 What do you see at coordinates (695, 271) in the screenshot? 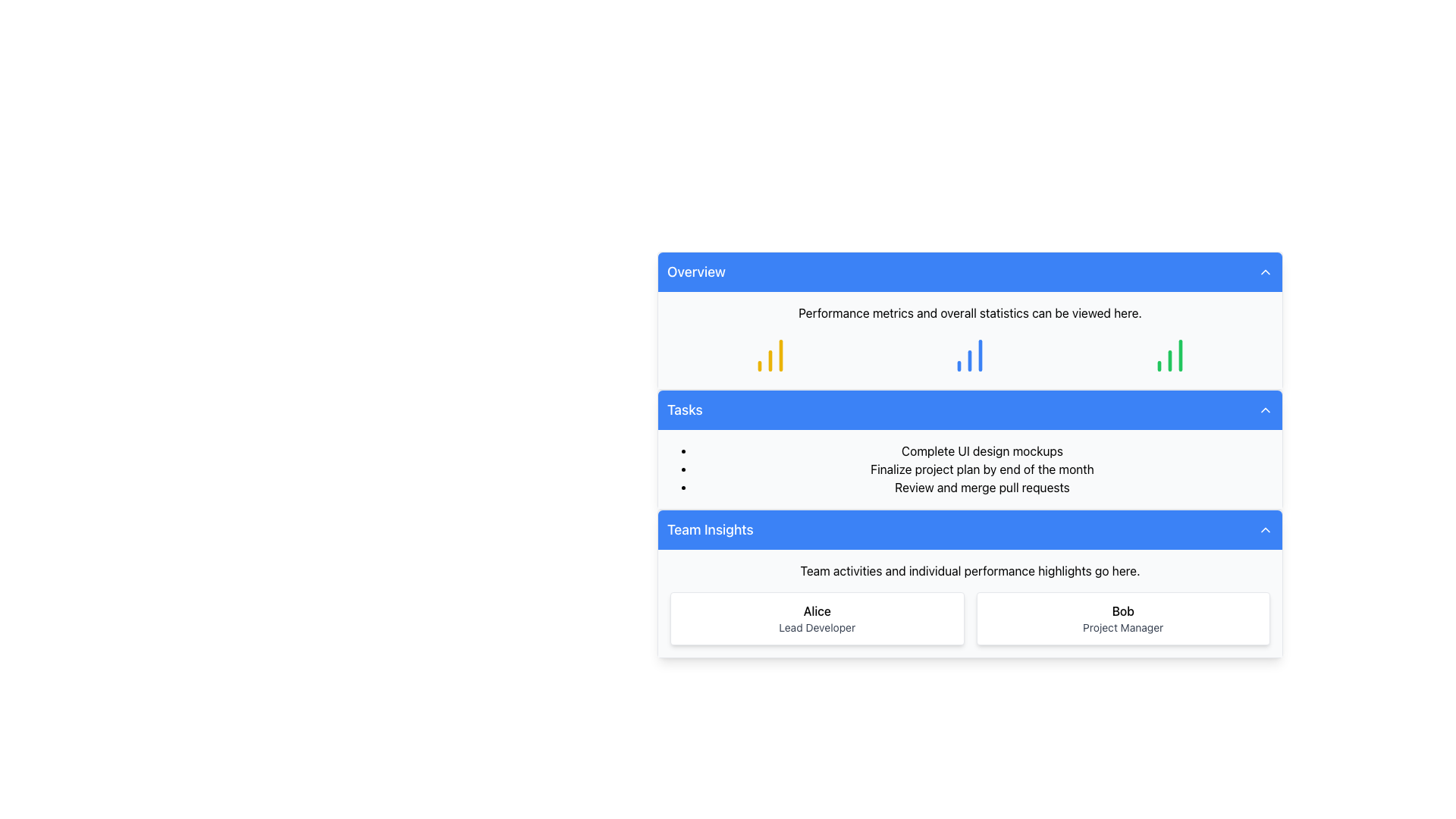
I see `the 'Overview' text label located at the top left of the blue bar in the header row, which serves as a section title and is not interactive` at bounding box center [695, 271].